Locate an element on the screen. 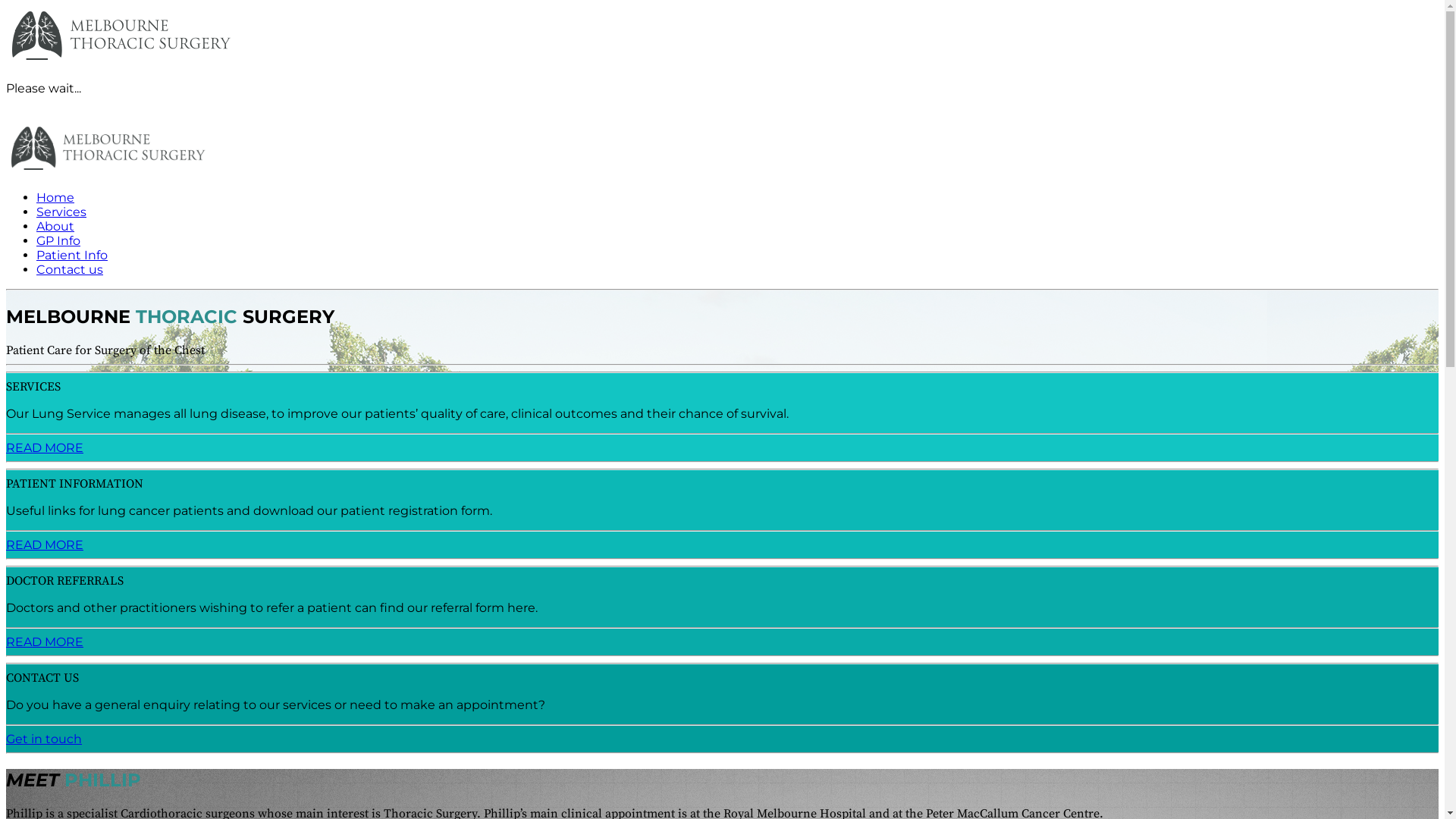  'Services' is located at coordinates (61, 212).